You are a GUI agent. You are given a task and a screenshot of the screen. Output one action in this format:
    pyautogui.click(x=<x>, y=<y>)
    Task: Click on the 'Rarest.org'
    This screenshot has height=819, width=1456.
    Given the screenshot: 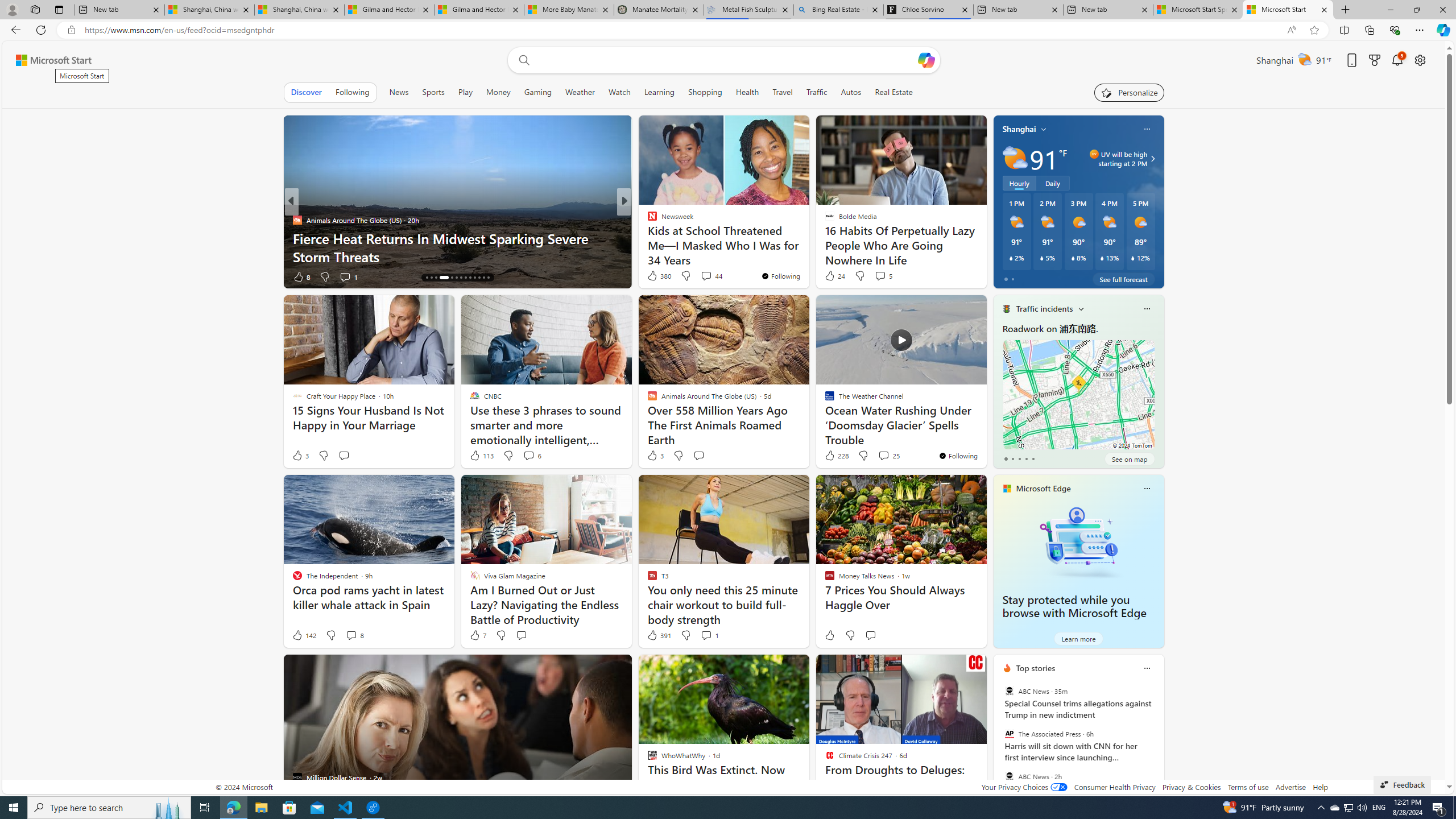 What is the action you would take?
    pyautogui.click(x=647, y=238)
    